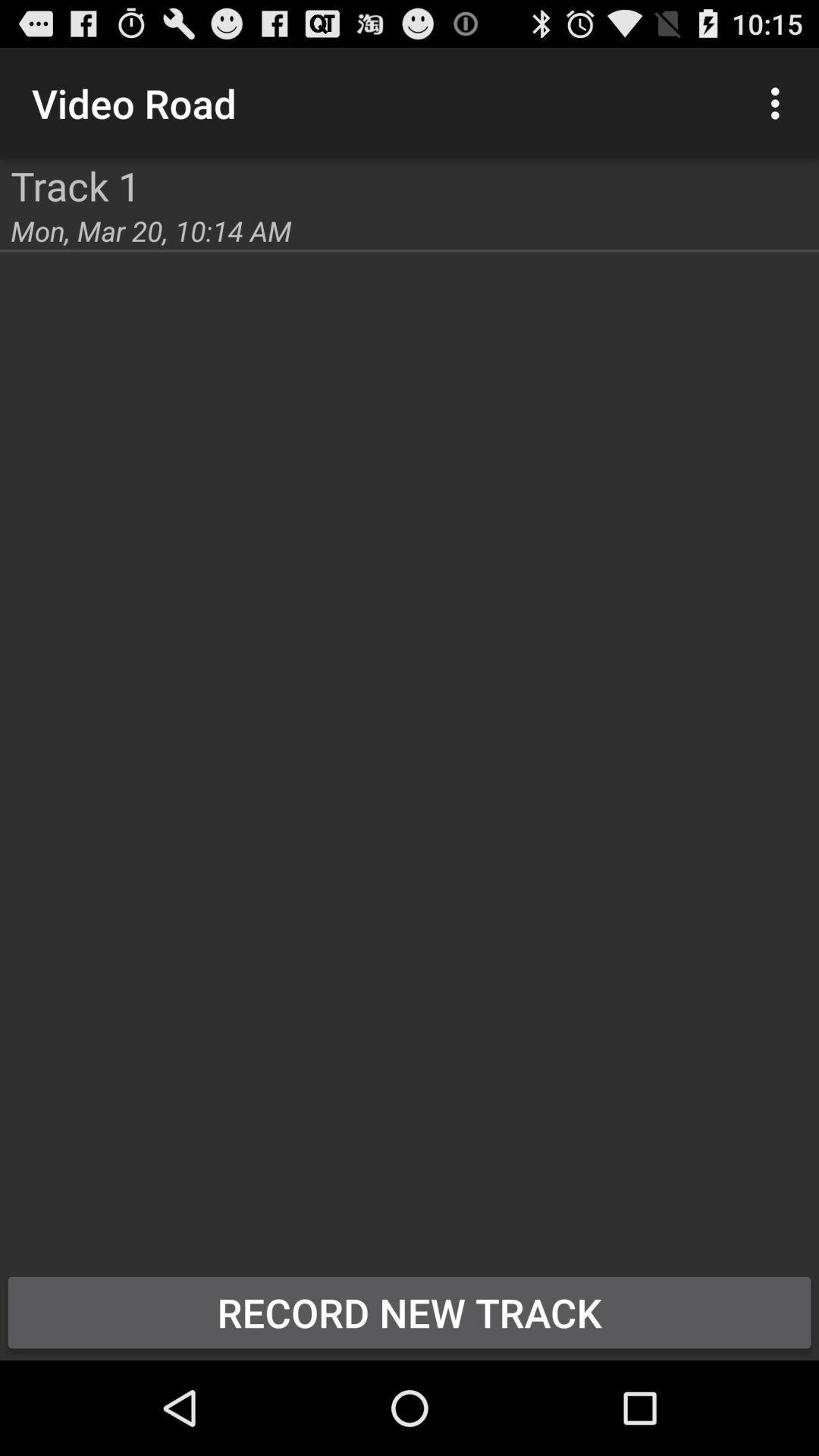 The width and height of the screenshot is (819, 1456). Describe the element at coordinates (75, 184) in the screenshot. I see `the app below the video road icon` at that location.